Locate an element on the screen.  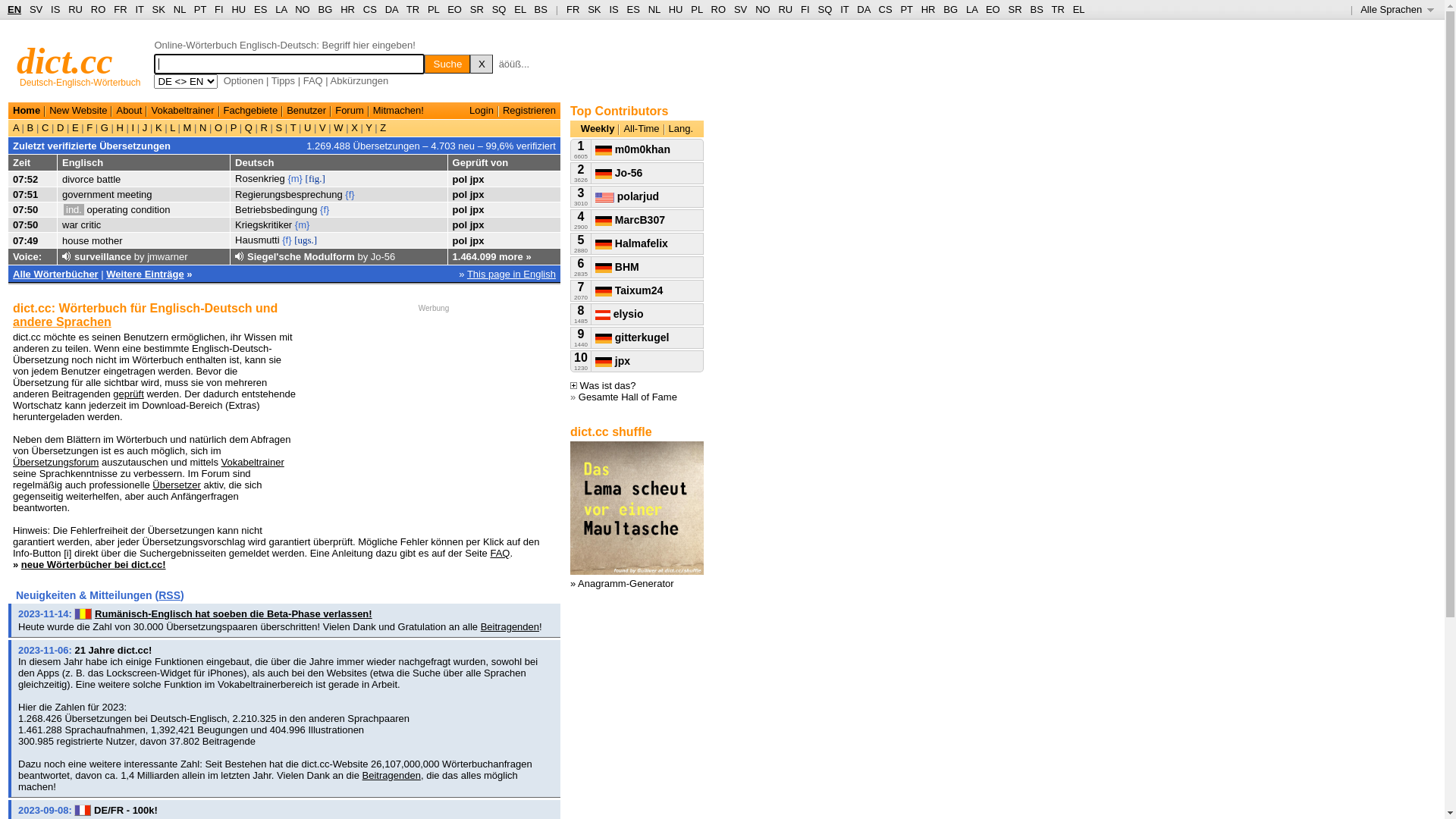
'HR' is located at coordinates (347, 9).